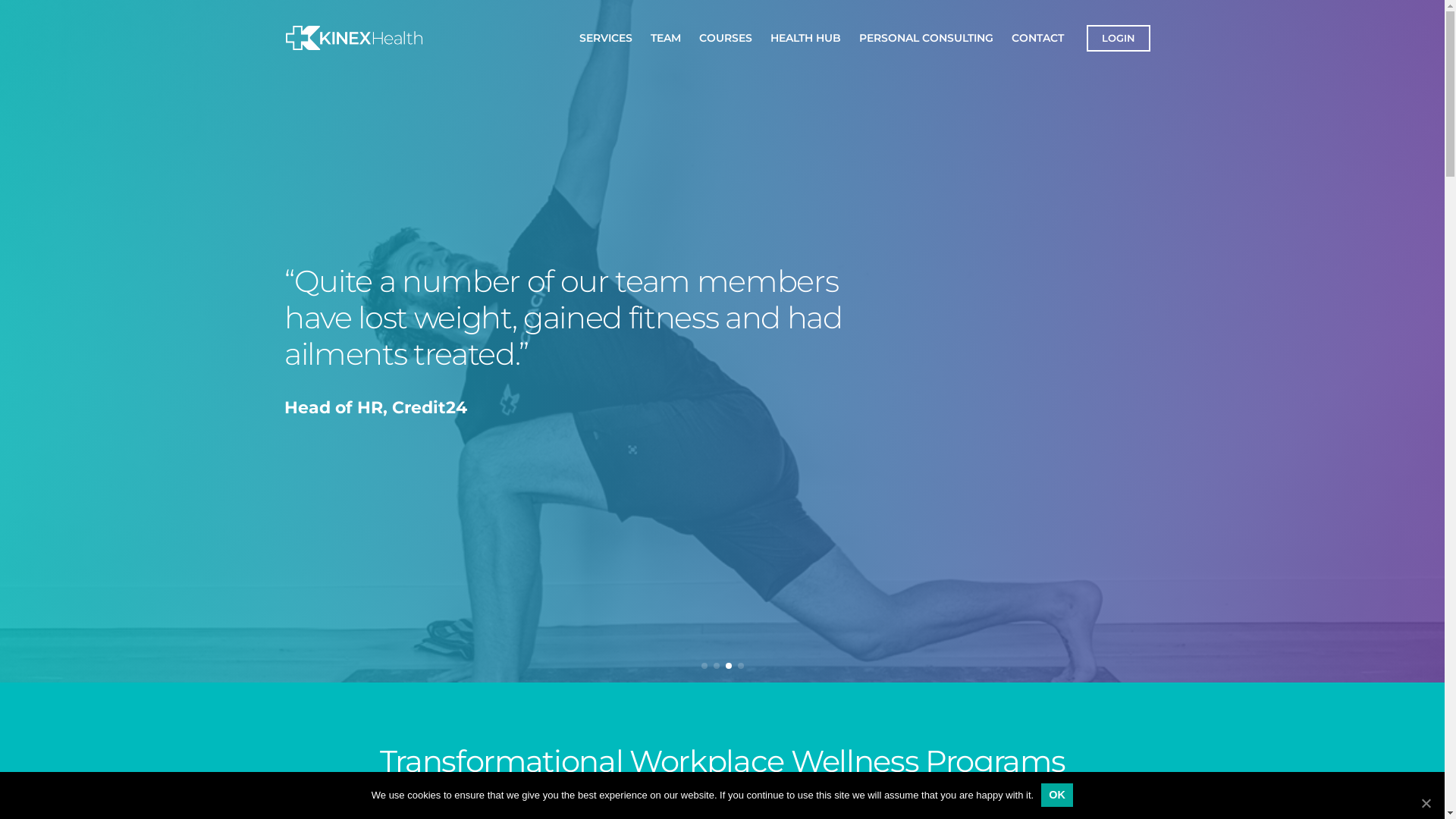 The image size is (1456, 819). Describe the element at coordinates (15, 0) in the screenshot. I see `'Skip to primary navigation'` at that location.